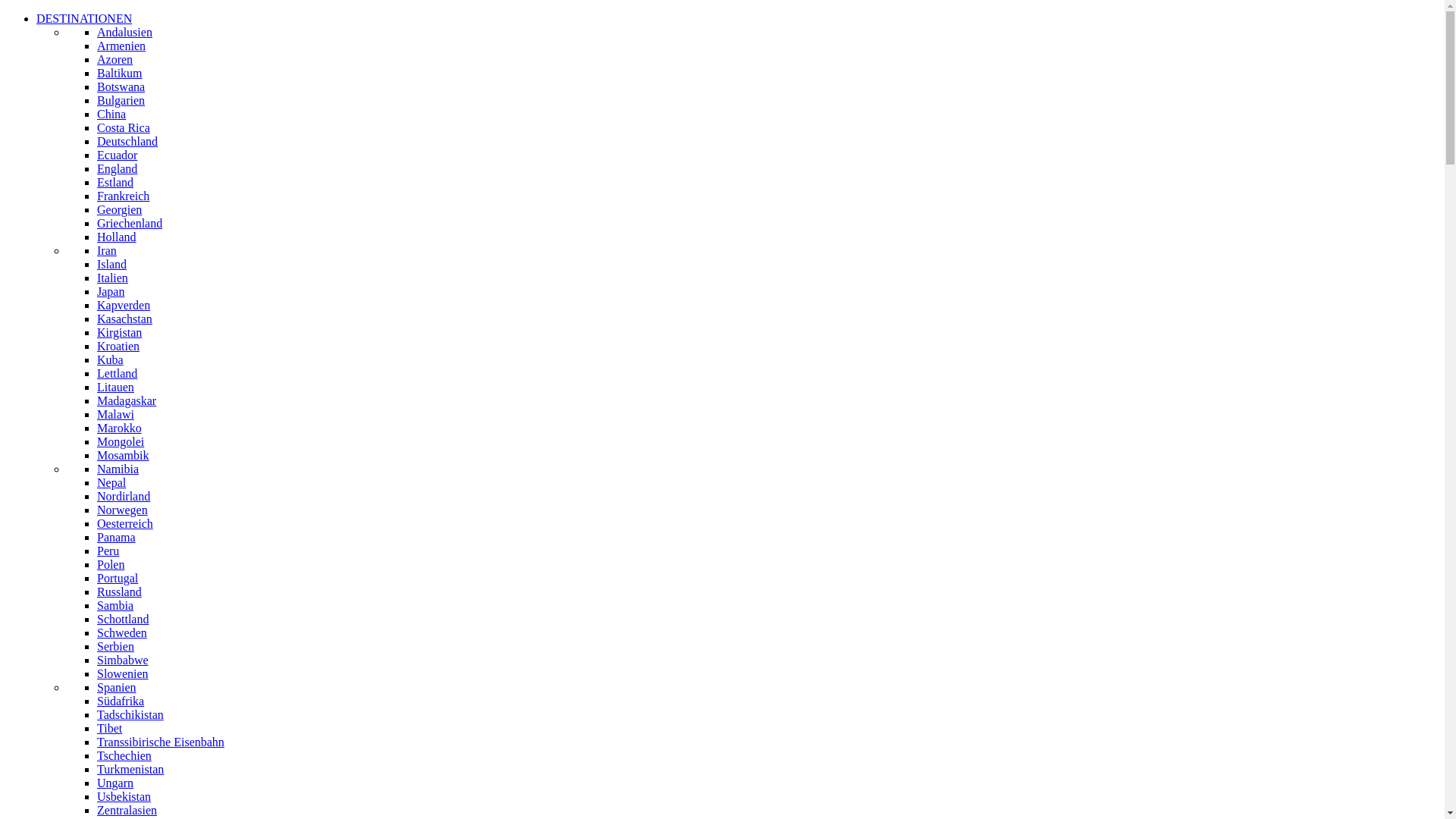  What do you see at coordinates (96, 646) in the screenshot?
I see `'Serbien'` at bounding box center [96, 646].